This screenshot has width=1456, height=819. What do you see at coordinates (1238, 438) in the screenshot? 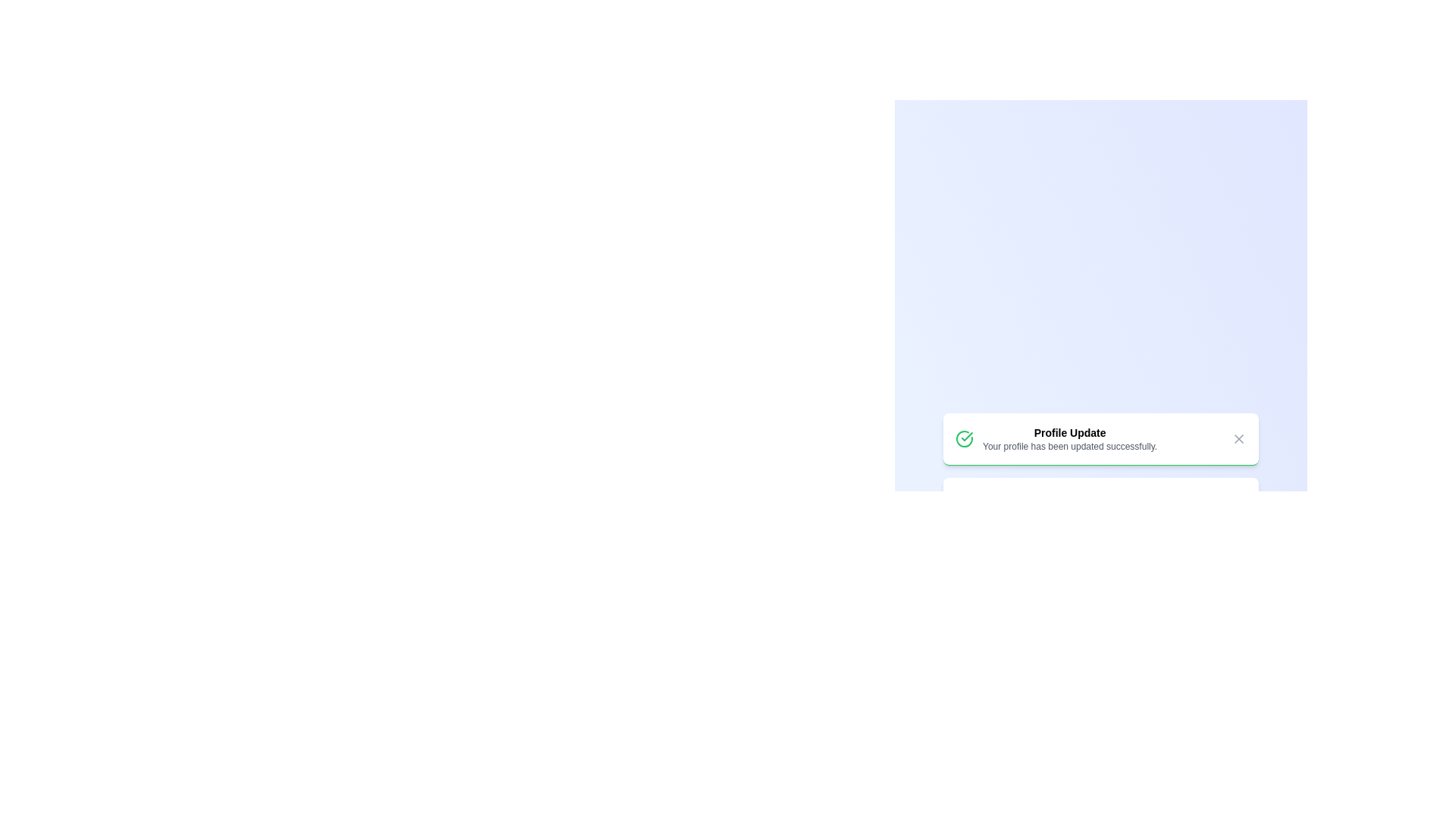
I see `the Close Button Icon located at the bottom-right corner of the notification card` at bounding box center [1238, 438].